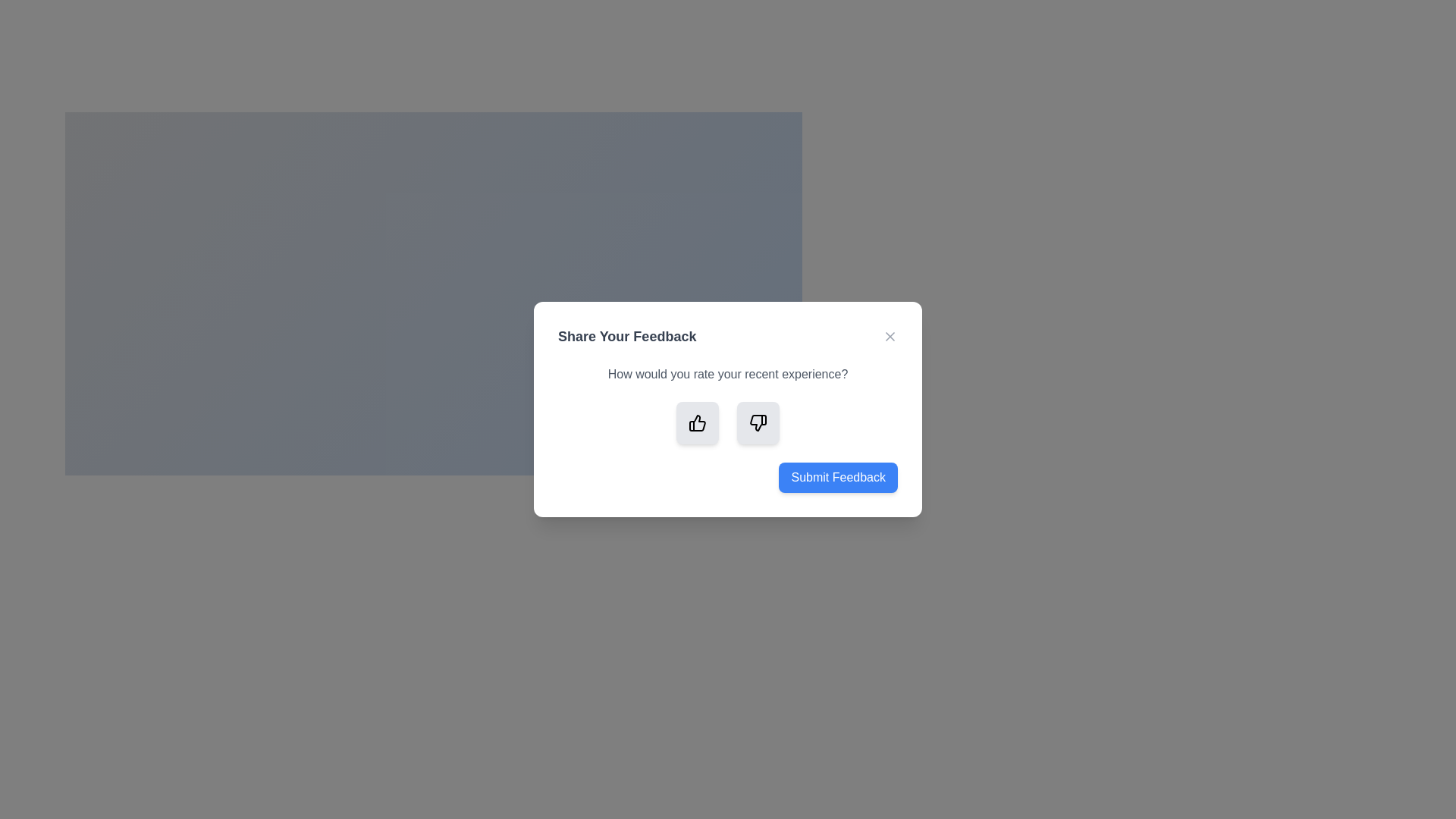  Describe the element at coordinates (837, 476) in the screenshot. I see `the feedback submission button located in the bottom-right corner of the centered modal window` at that location.